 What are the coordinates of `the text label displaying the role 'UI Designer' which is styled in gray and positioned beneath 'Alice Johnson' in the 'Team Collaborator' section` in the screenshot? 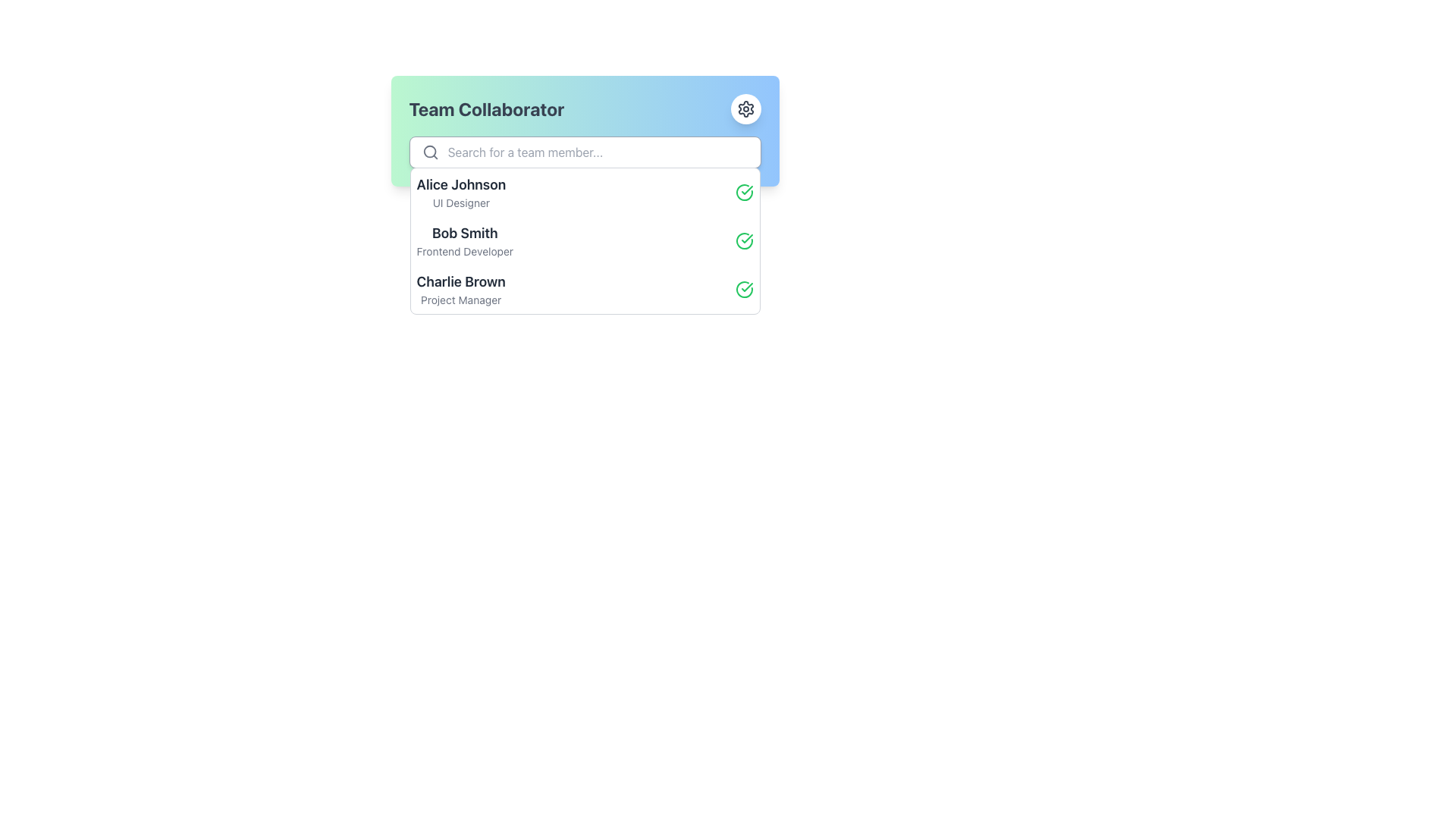 It's located at (460, 202).